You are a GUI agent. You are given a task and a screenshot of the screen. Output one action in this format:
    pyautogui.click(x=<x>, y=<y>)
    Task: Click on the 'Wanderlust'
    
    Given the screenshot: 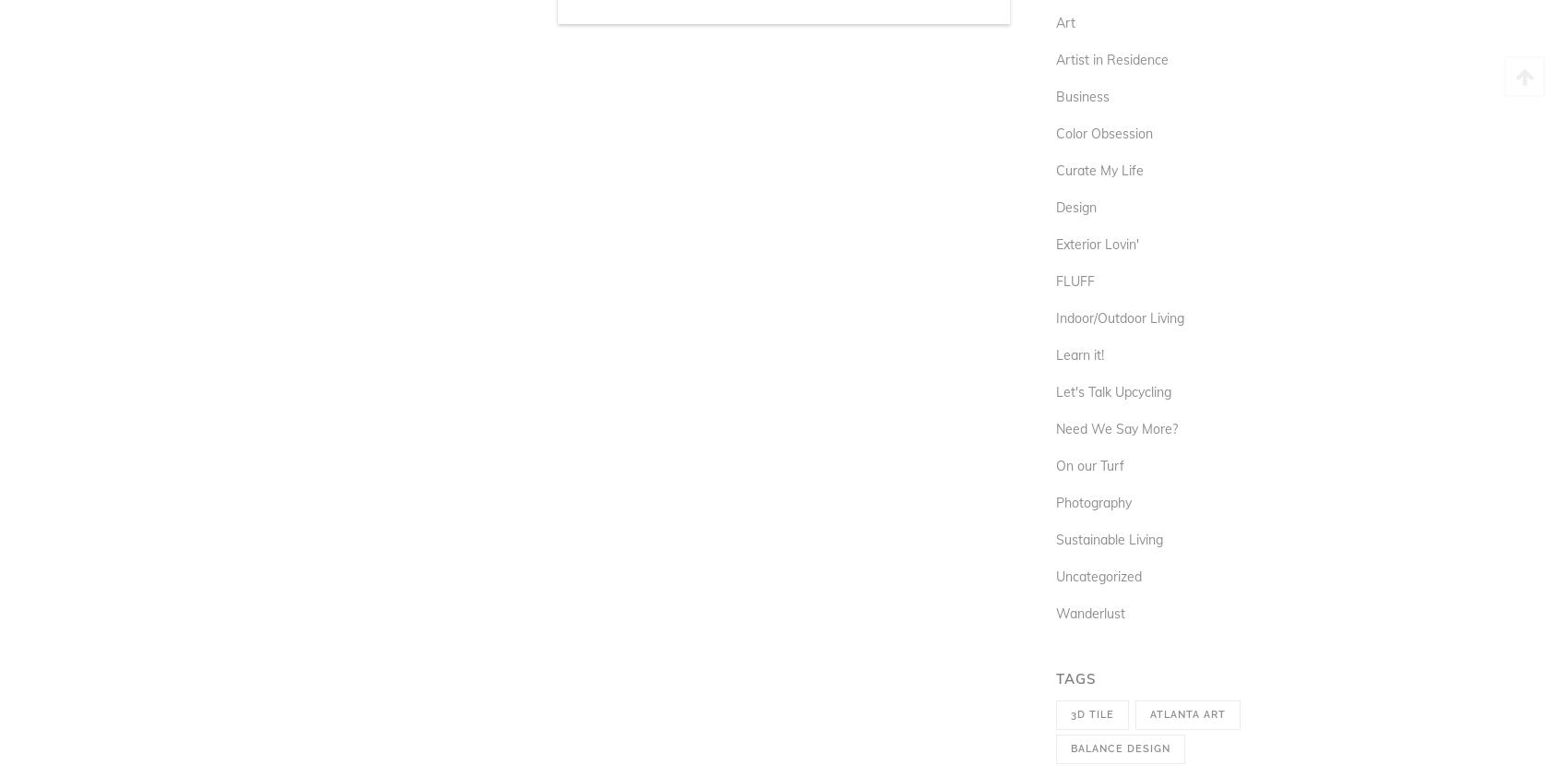 What is the action you would take?
    pyautogui.click(x=1055, y=613)
    